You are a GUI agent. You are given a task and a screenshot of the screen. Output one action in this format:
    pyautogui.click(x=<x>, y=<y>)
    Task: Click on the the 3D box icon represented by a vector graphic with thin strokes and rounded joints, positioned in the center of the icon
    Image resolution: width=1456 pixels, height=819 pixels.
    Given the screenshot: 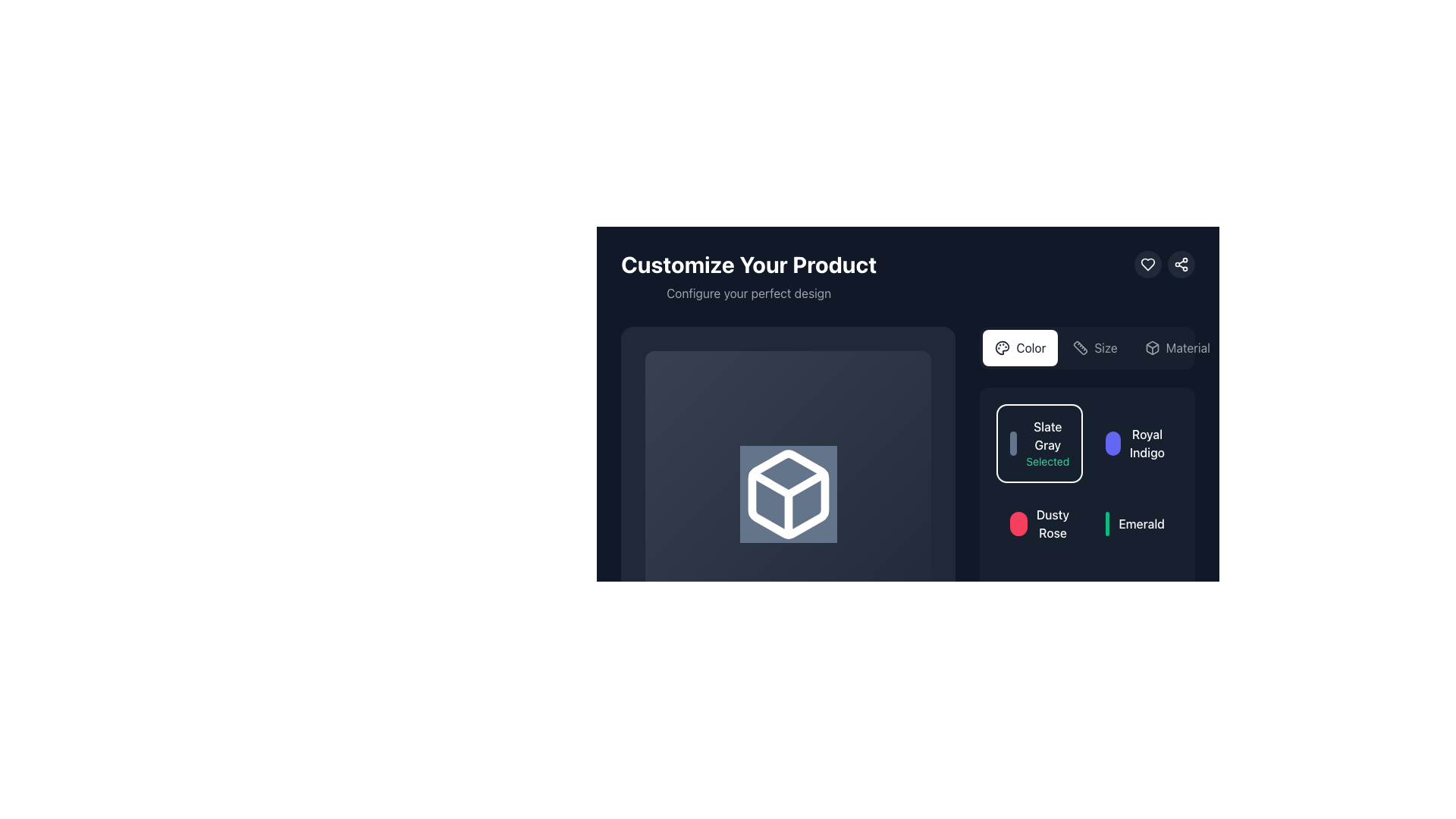 What is the action you would take?
    pyautogui.click(x=1152, y=348)
    